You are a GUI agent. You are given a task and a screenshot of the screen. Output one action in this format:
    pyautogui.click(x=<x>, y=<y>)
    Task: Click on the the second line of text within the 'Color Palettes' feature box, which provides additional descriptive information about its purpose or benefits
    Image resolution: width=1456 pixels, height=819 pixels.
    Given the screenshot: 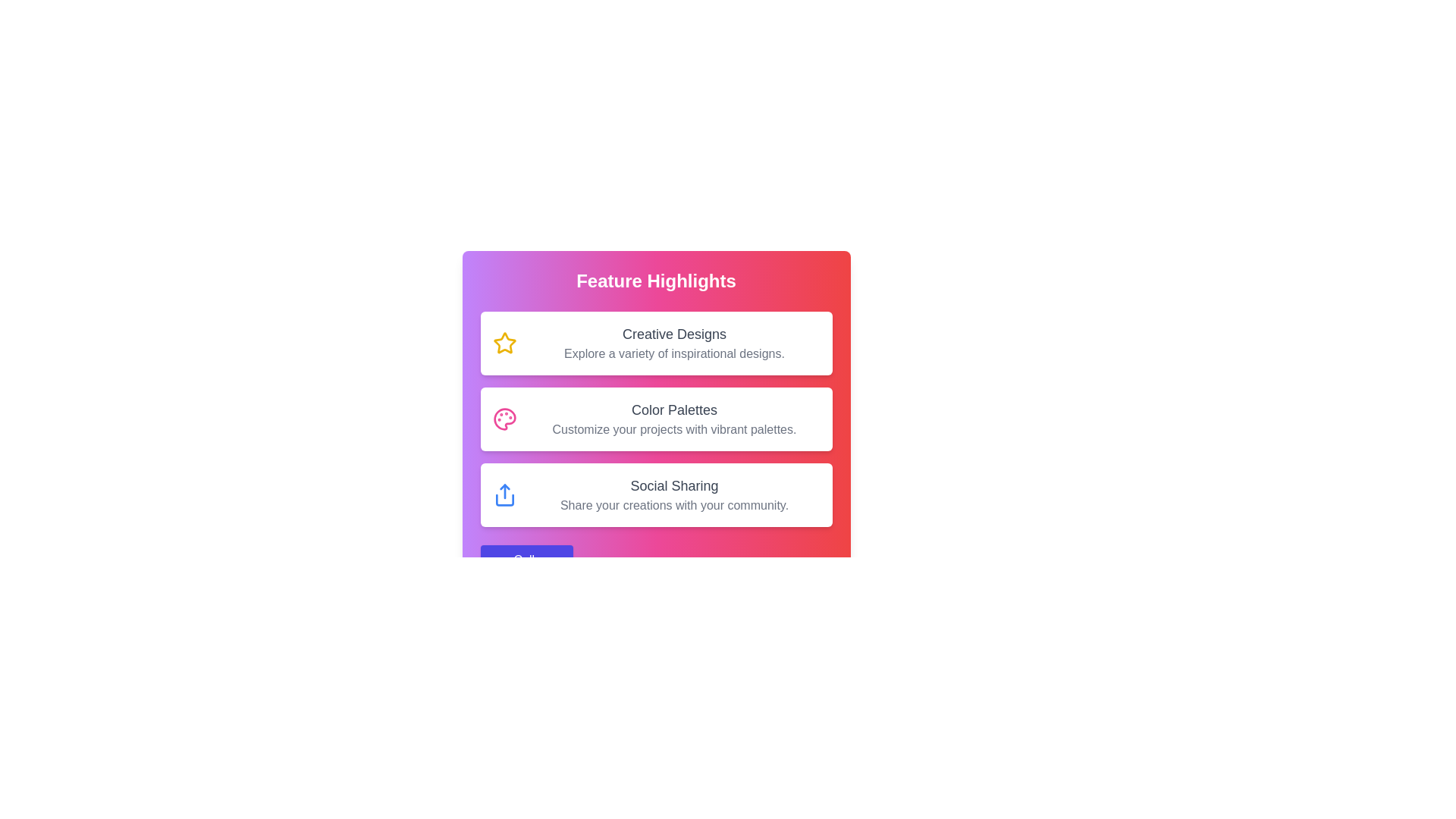 What is the action you would take?
    pyautogui.click(x=673, y=430)
    